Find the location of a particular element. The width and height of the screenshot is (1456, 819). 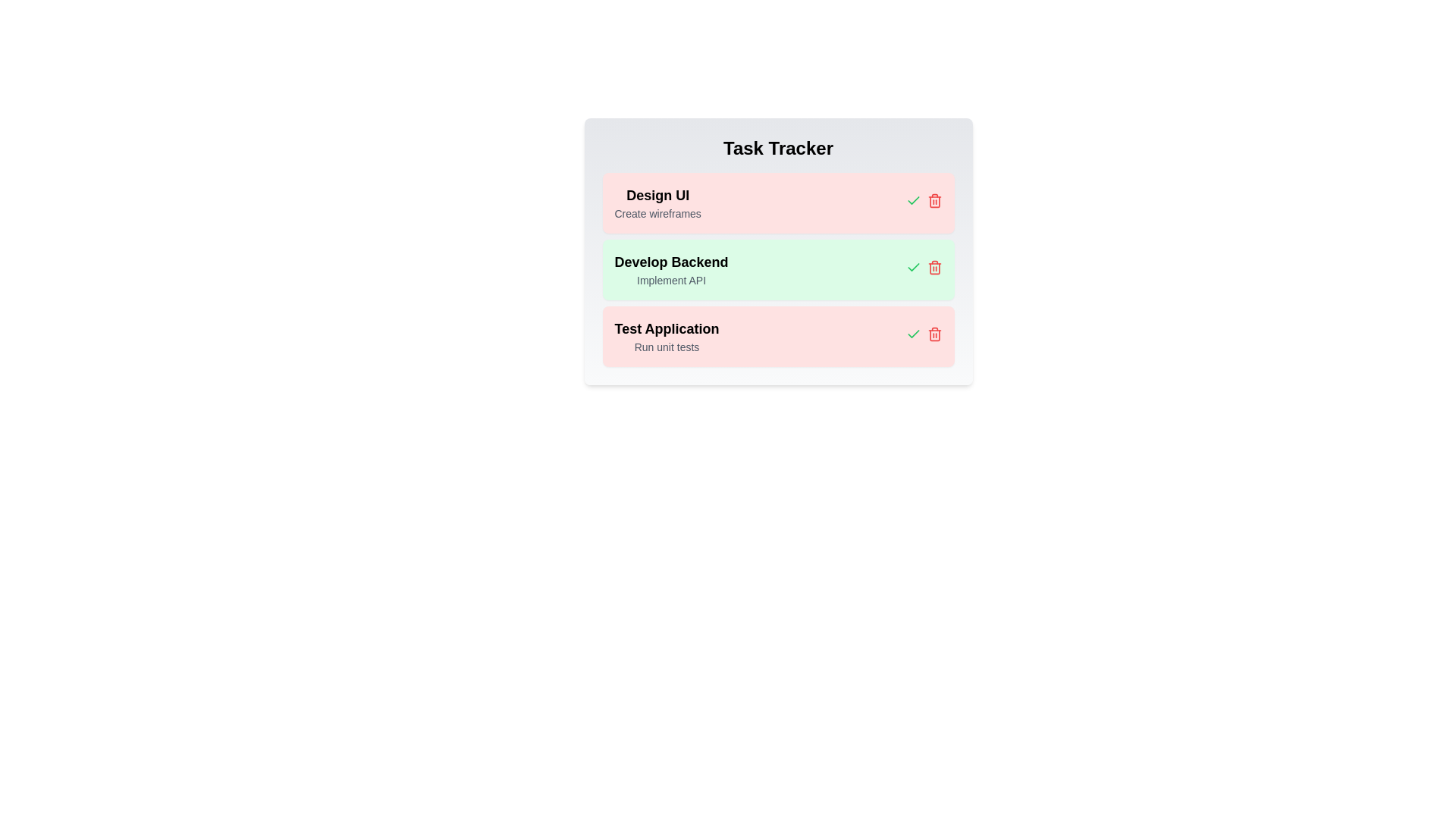

the task identified by its name Design UI is located at coordinates (934, 199).